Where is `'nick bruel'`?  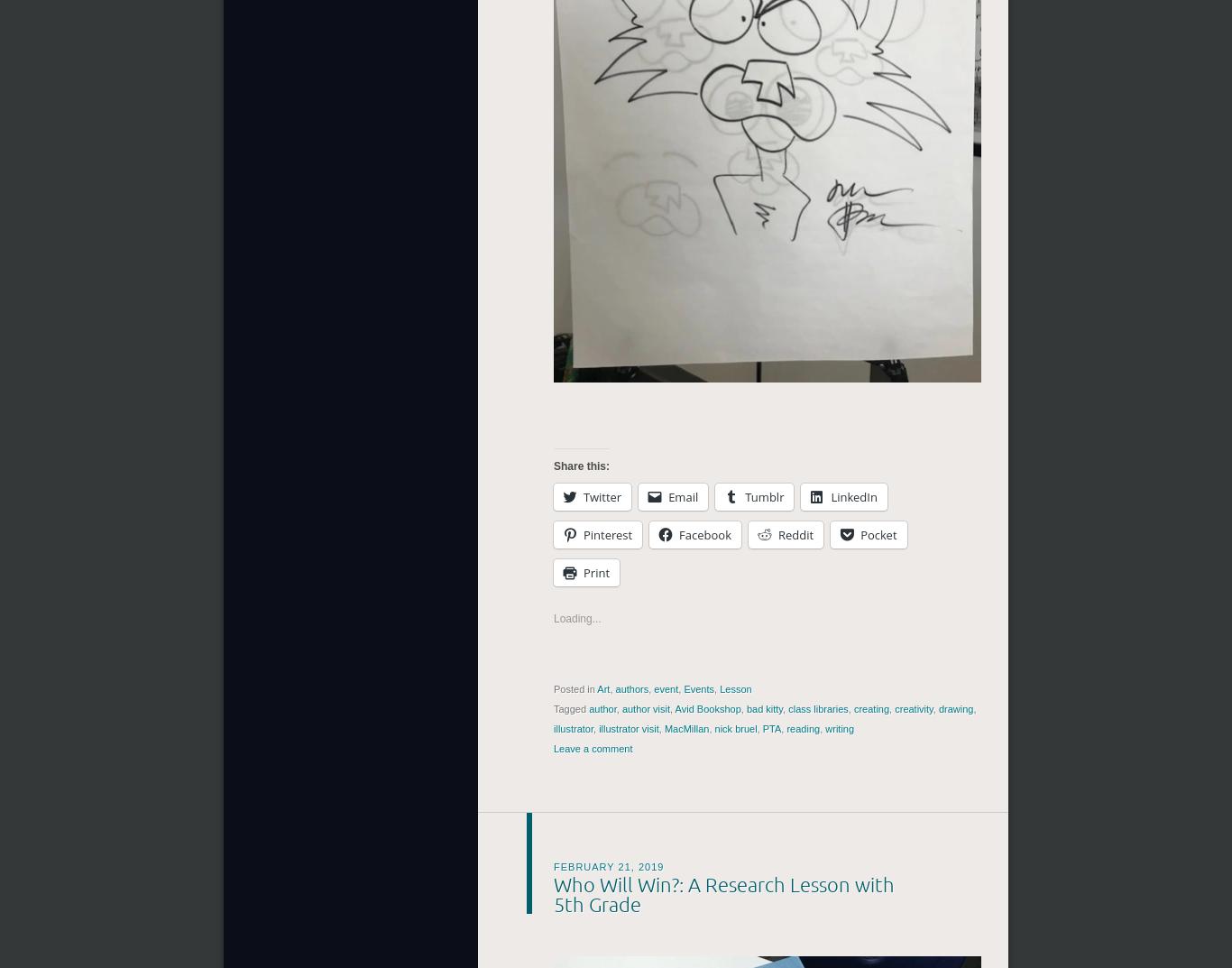
'nick bruel' is located at coordinates (734, 728).